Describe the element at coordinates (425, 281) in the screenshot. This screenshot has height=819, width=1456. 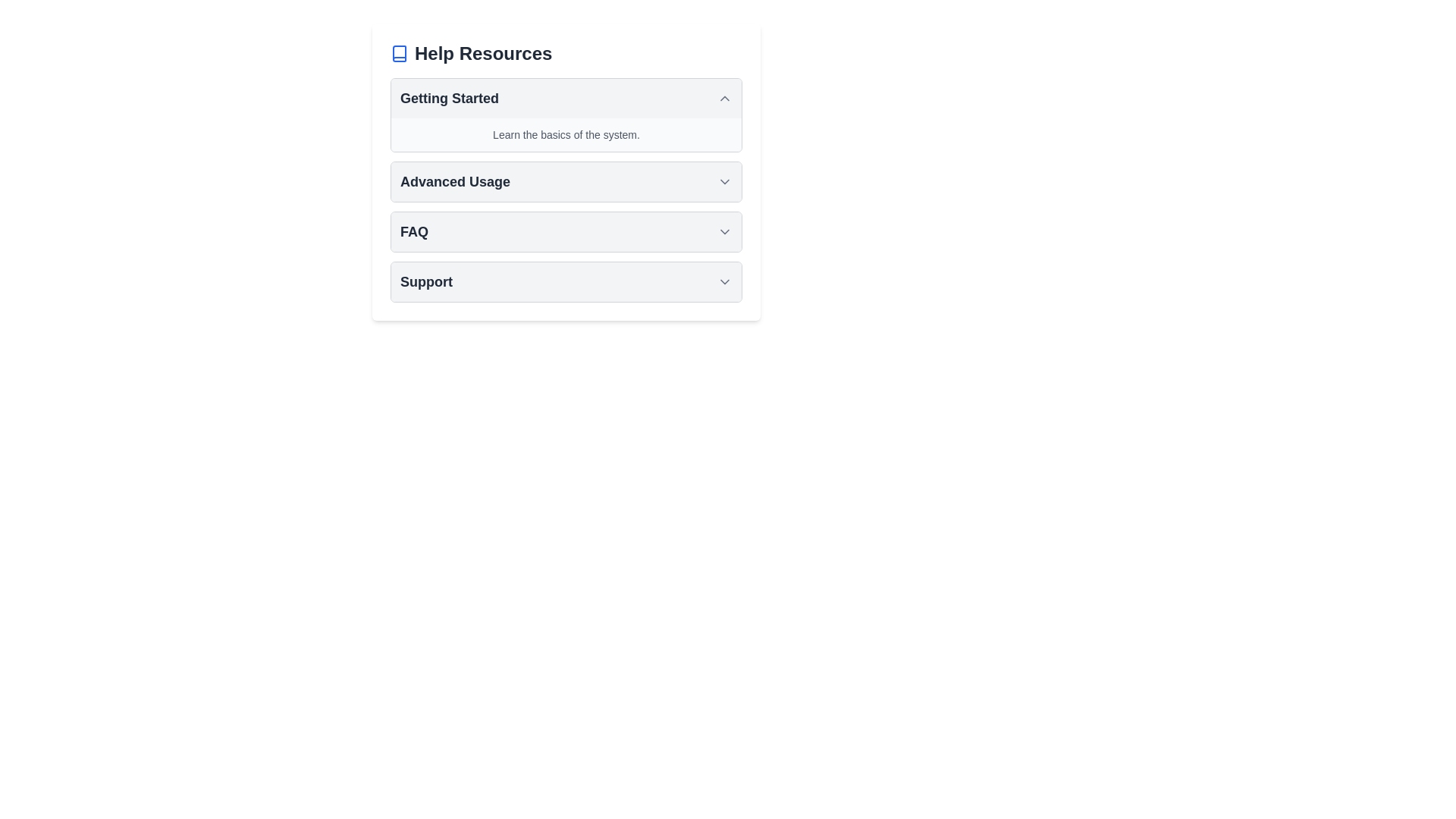
I see `the 'Support' Text Label, which is the fourth in the list of sections including 'Getting Started', 'Advanced Usage', and 'FAQ'` at that location.